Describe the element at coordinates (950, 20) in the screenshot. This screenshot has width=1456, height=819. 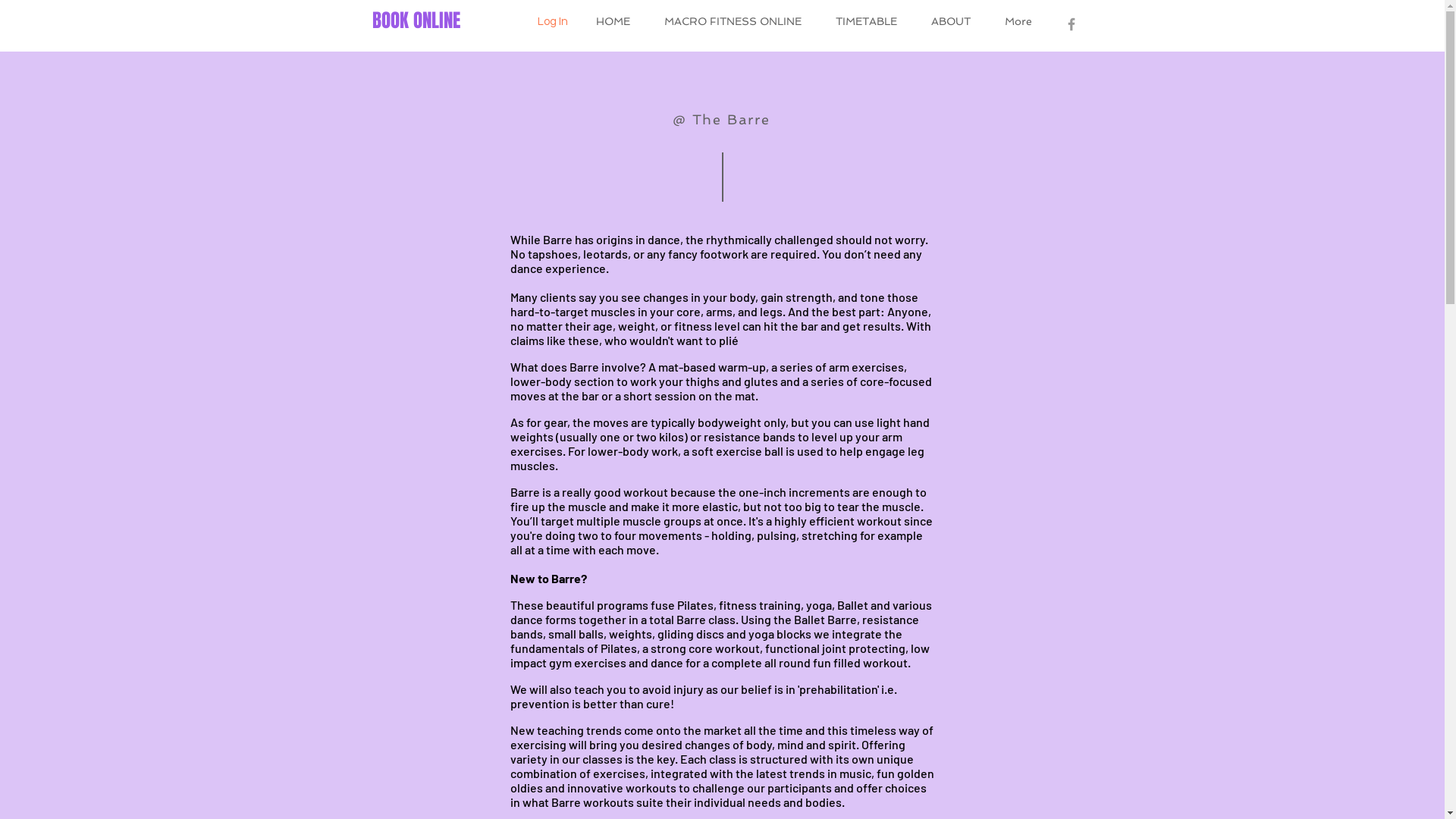
I see `'ABOUT'` at that location.